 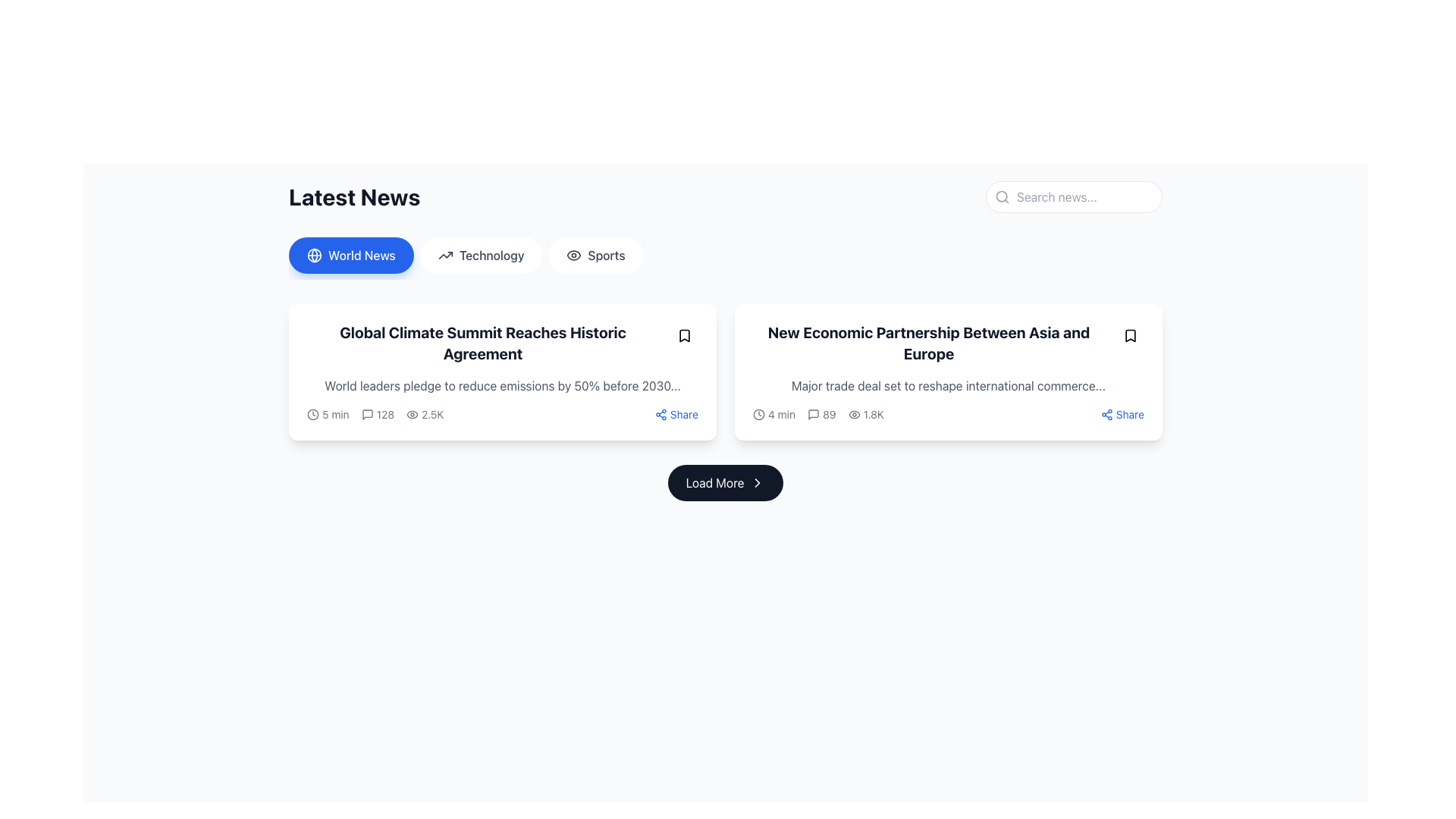 What do you see at coordinates (948, 343) in the screenshot?
I see `the text display element with the headline 'New Economic Partnership Between Asia and Europe' located in the second card of the 'Latest News' section` at bounding box center [948, 343].